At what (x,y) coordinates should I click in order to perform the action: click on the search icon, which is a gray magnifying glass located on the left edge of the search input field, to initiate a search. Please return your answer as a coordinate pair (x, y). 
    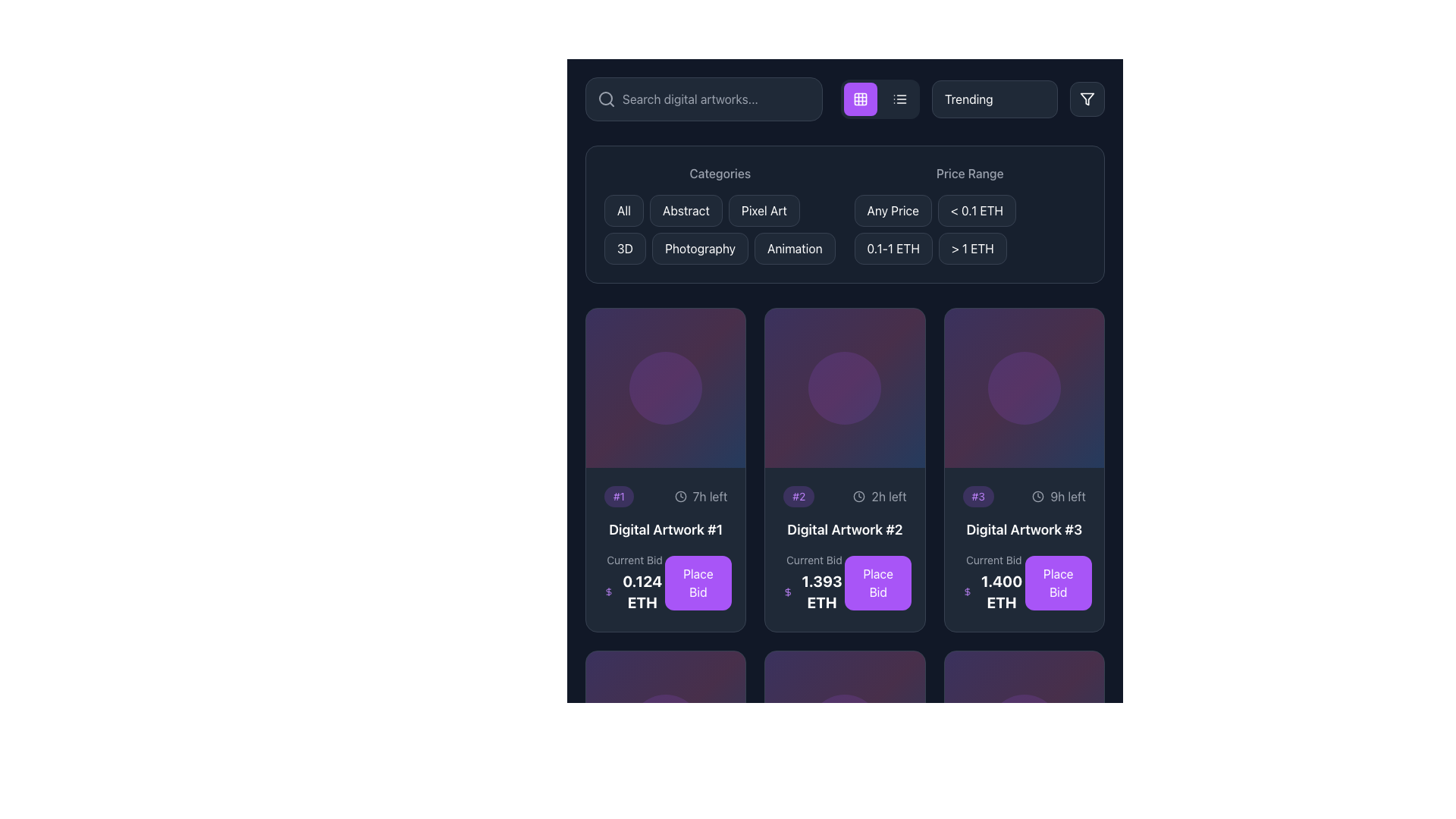
    Looking at the image, I should click on (607, 99).